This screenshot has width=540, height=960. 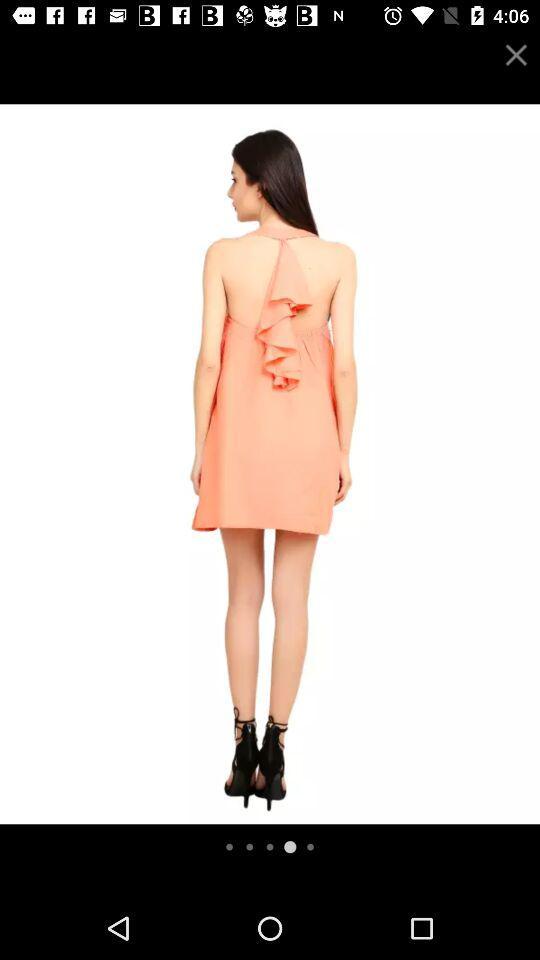 What do you see at coordinates (516, 54) in the screenshot?
I see `option` at bounding box center [516, 54].